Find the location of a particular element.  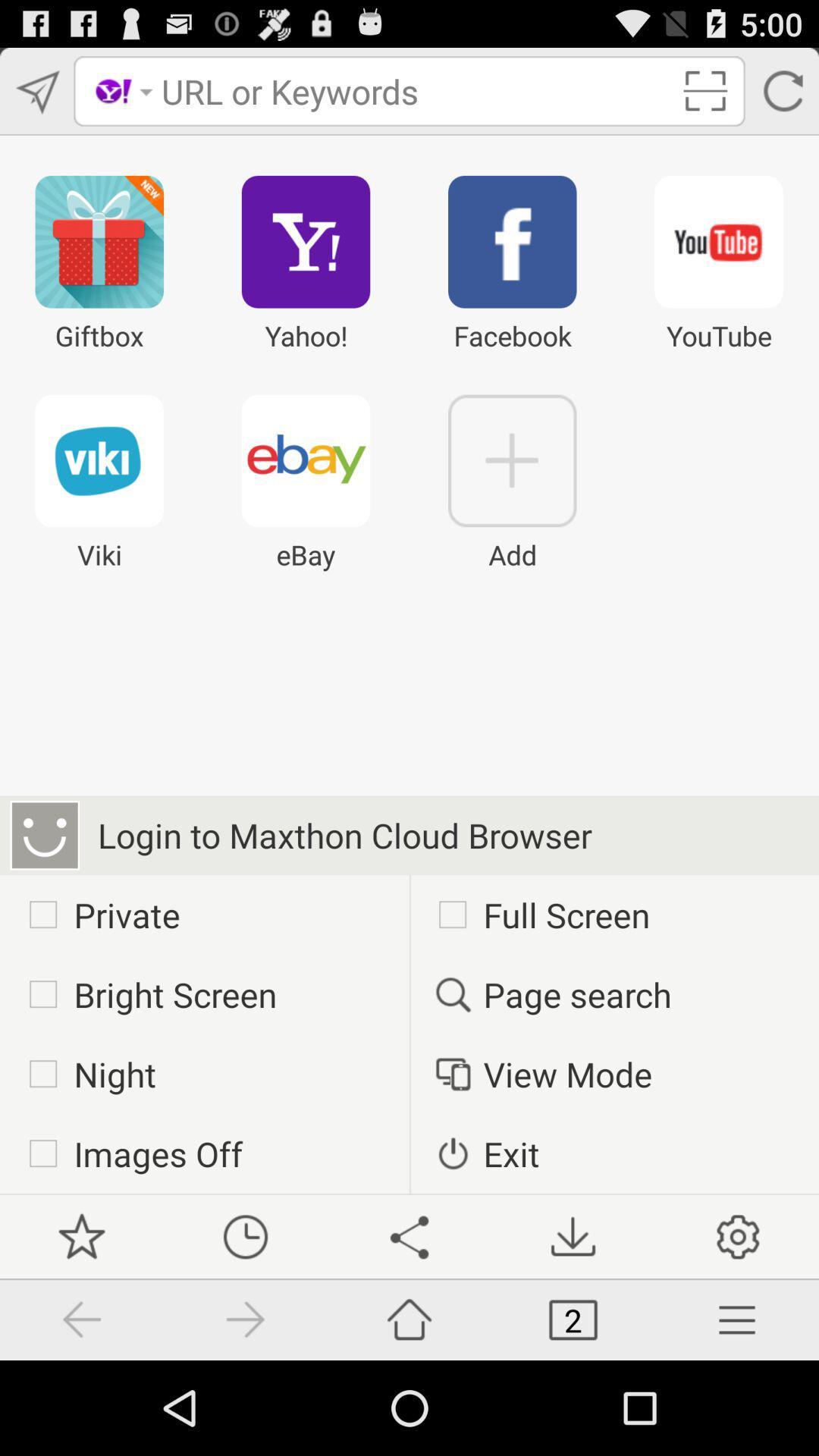

search the internet is located at coordinates (415, 90).